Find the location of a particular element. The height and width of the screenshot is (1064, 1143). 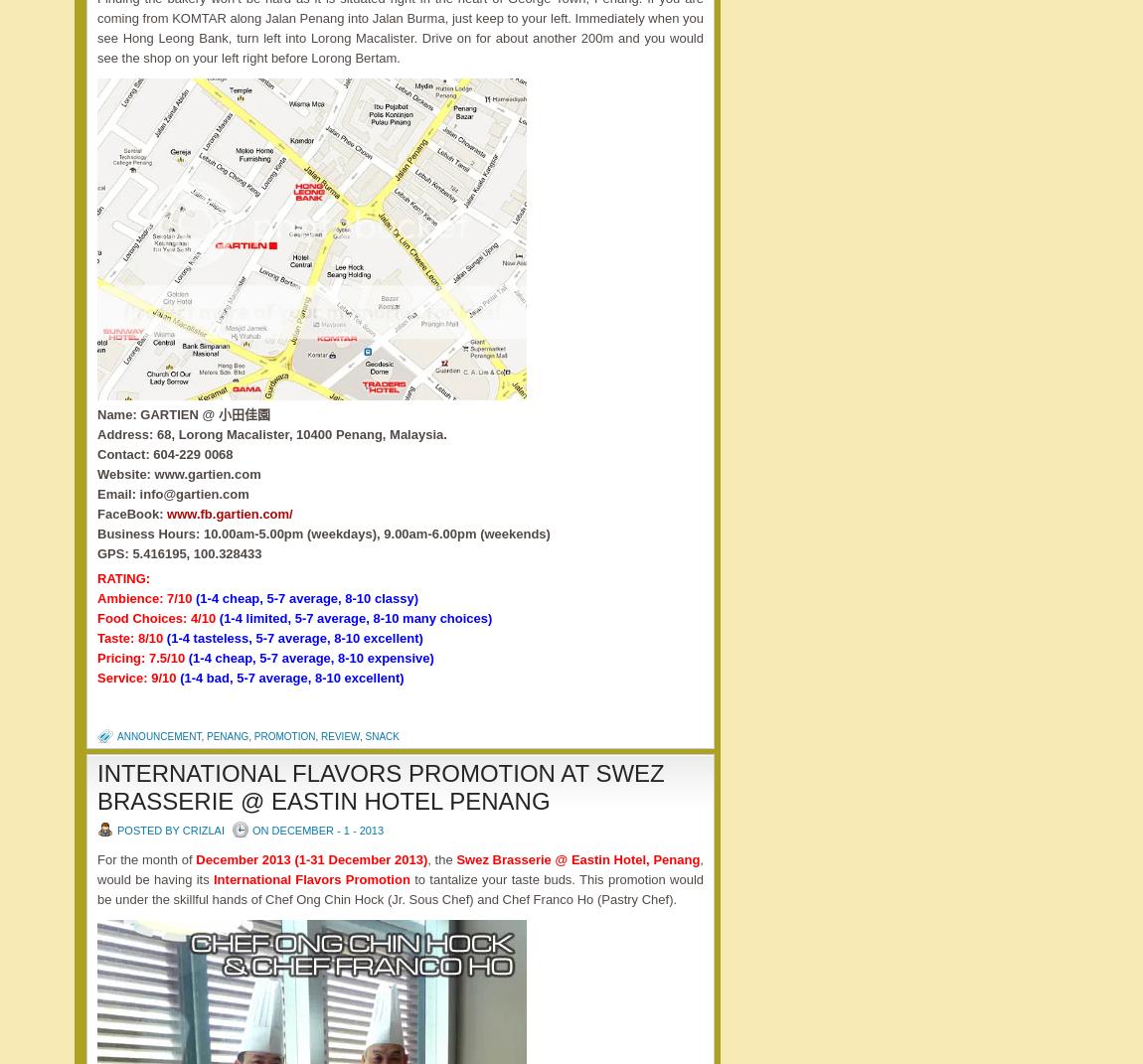

'December 2013 (1-31 December 2013)' is located at coordinates (194, 859).